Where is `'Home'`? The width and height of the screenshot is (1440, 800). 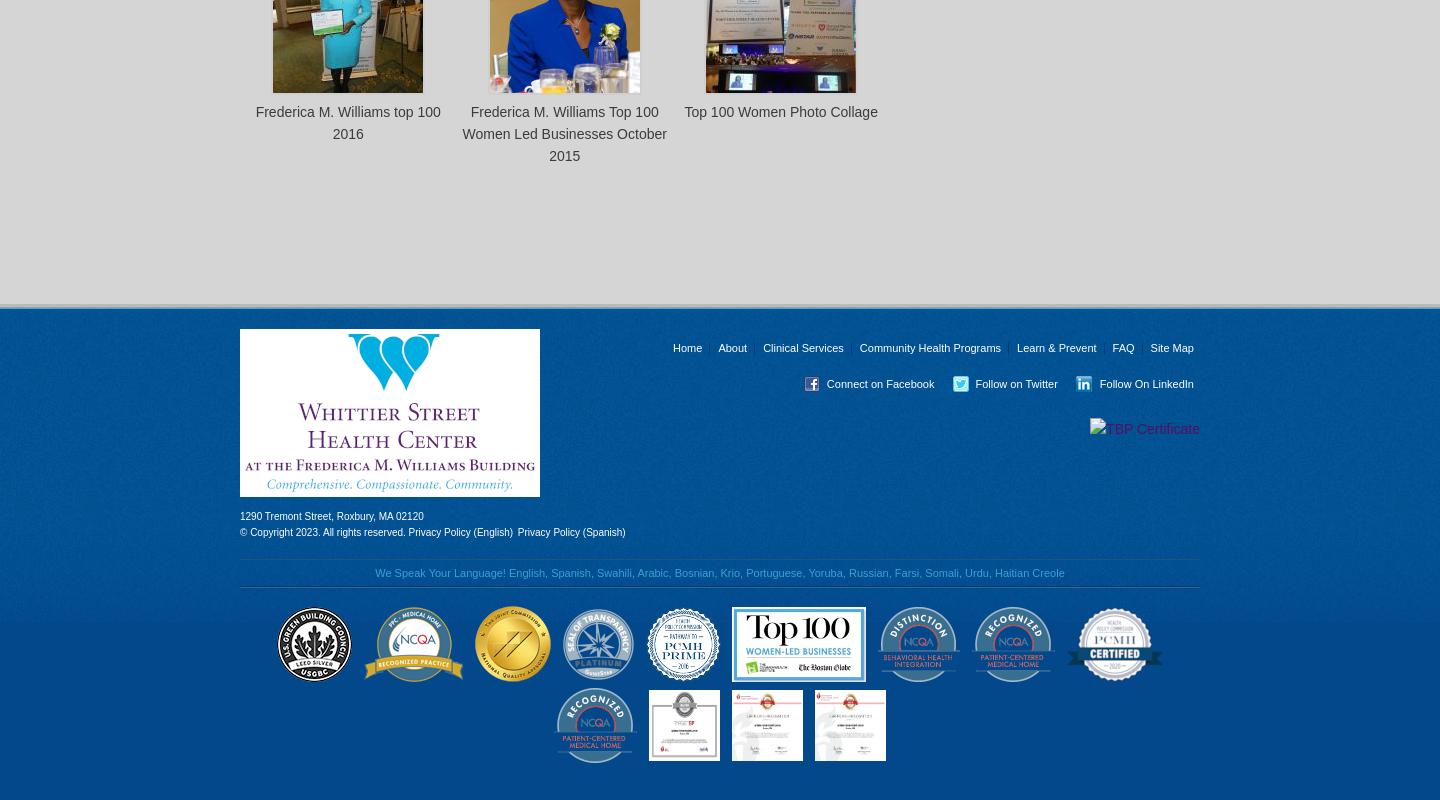 'Home' is located at coordinates (687, 348).